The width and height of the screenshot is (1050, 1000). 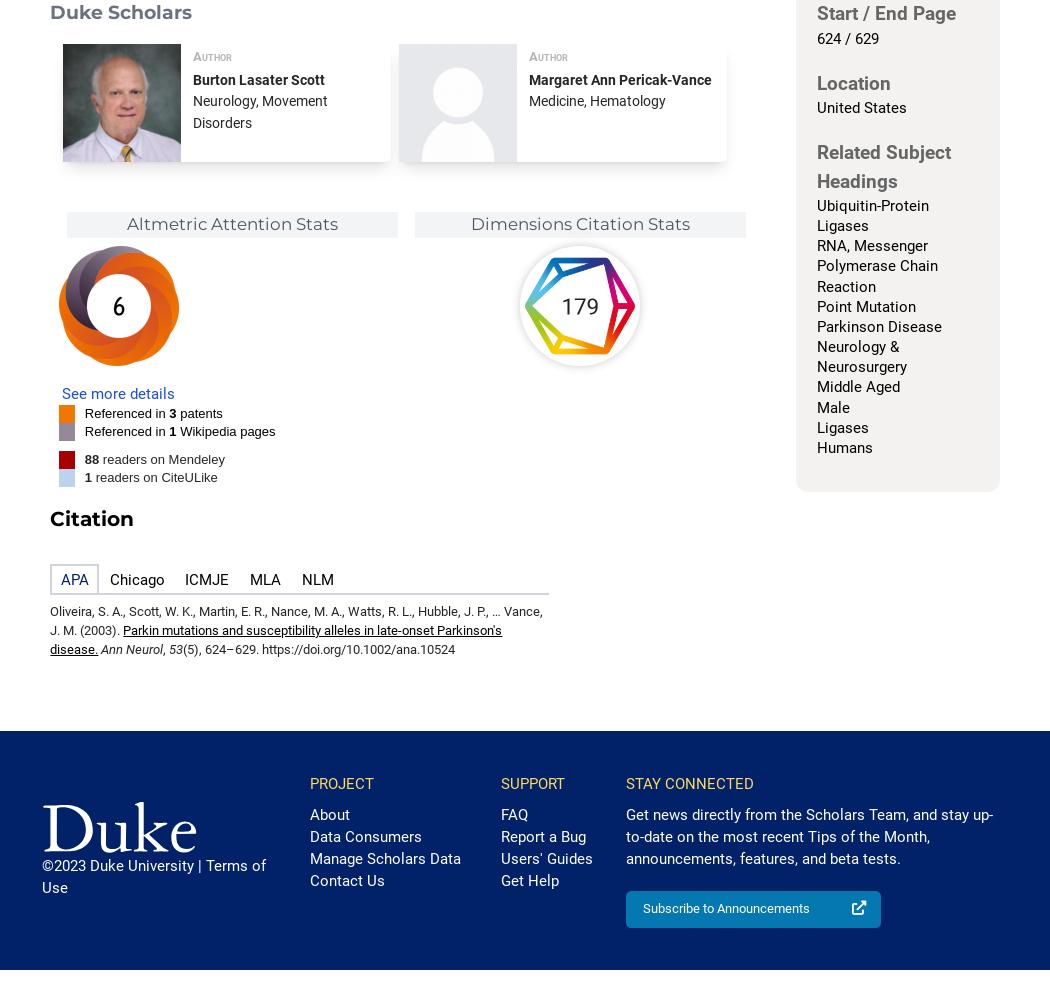 What do you see at coordinates (363, 835) in the screenshot?
I see `'Data Consumers'` at bounding box center [363, 835].